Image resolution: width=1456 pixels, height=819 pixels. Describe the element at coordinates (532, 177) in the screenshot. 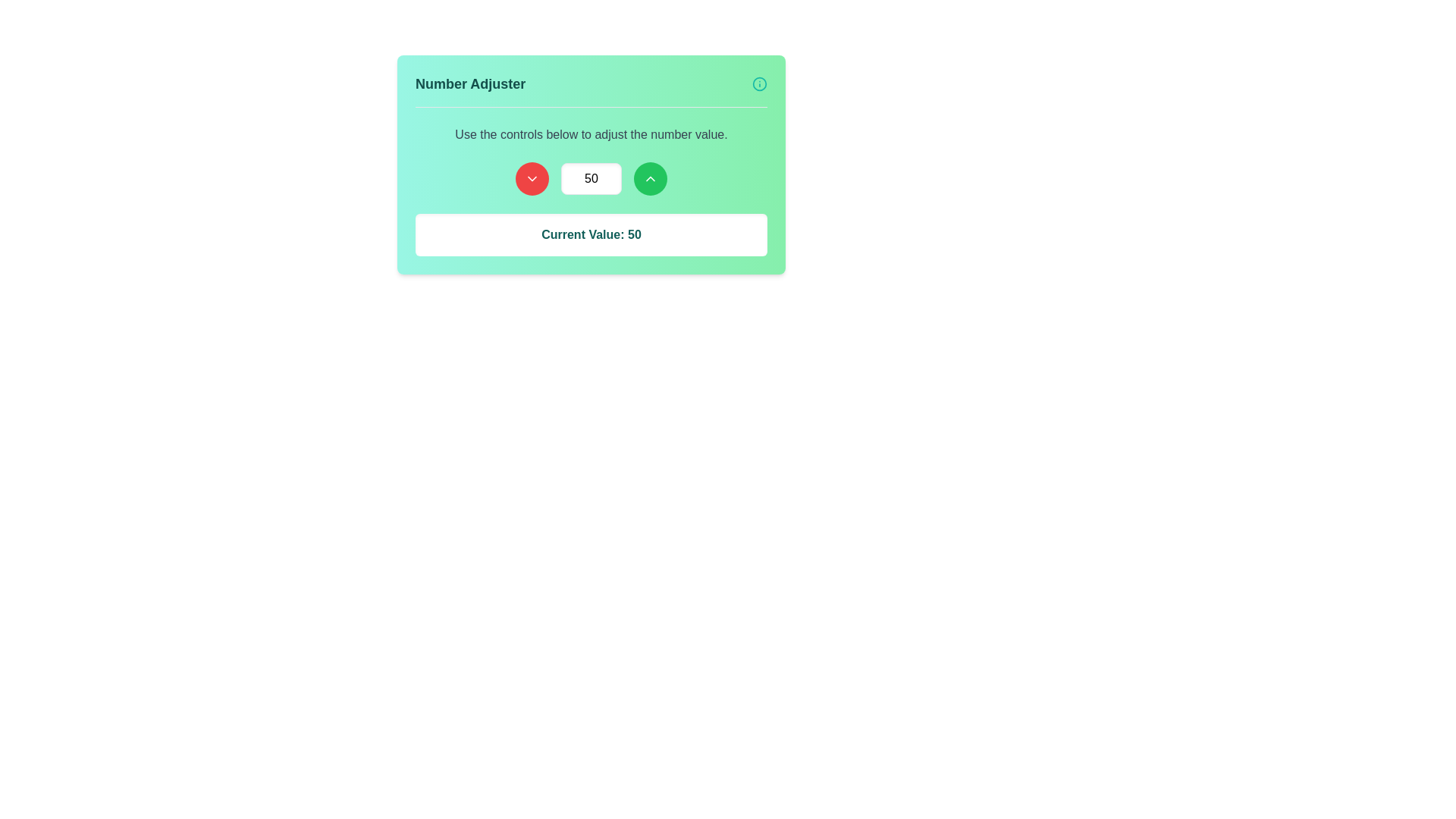

I see `the button that decreases the numerical value displayed in the adjacent text field, which is located to the left of a text field showing '50' and adjacent to a green circular button on the right` at that location.